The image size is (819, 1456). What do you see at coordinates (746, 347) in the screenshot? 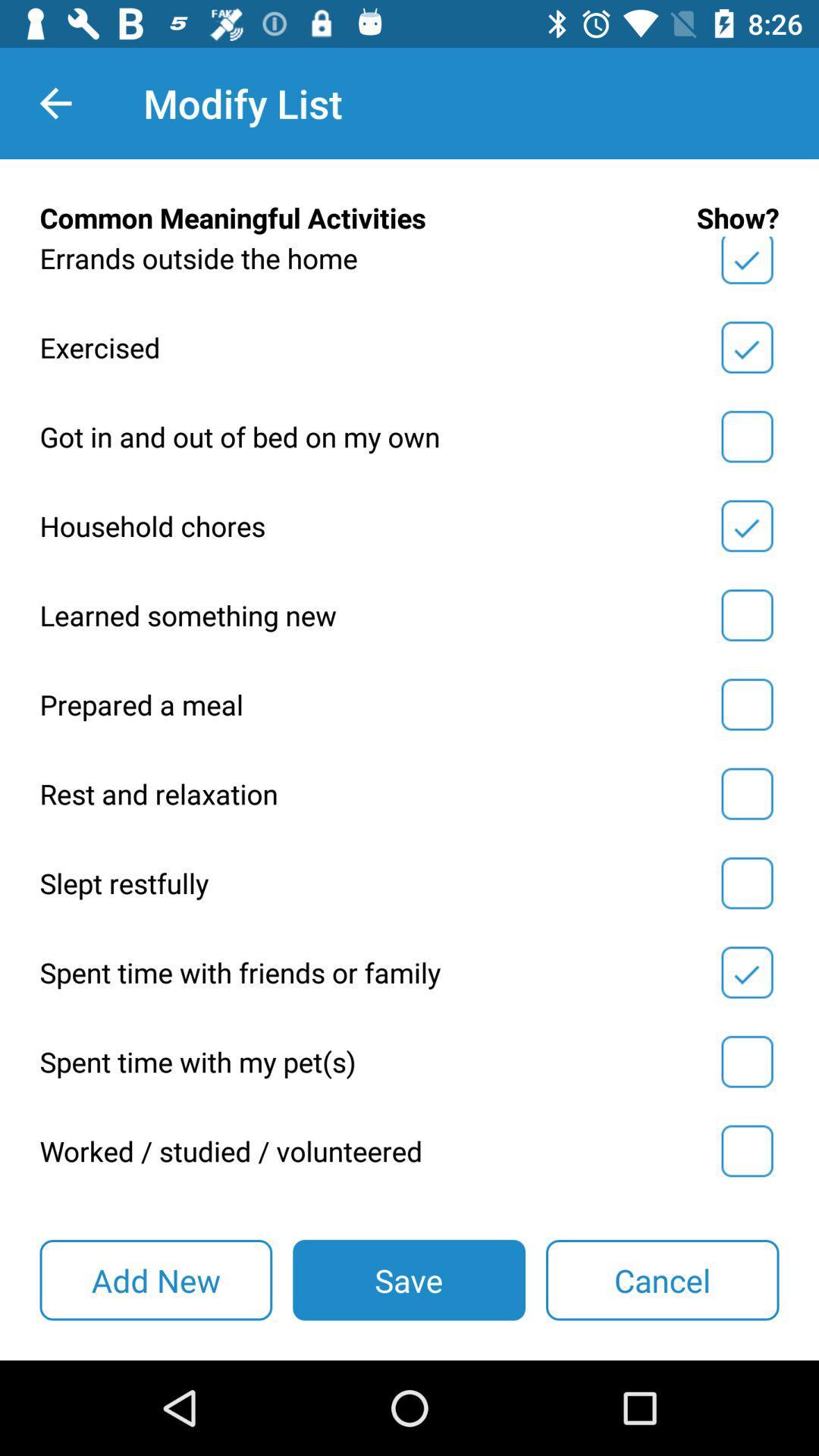
I see `show box` at bounding box center [746, 347].